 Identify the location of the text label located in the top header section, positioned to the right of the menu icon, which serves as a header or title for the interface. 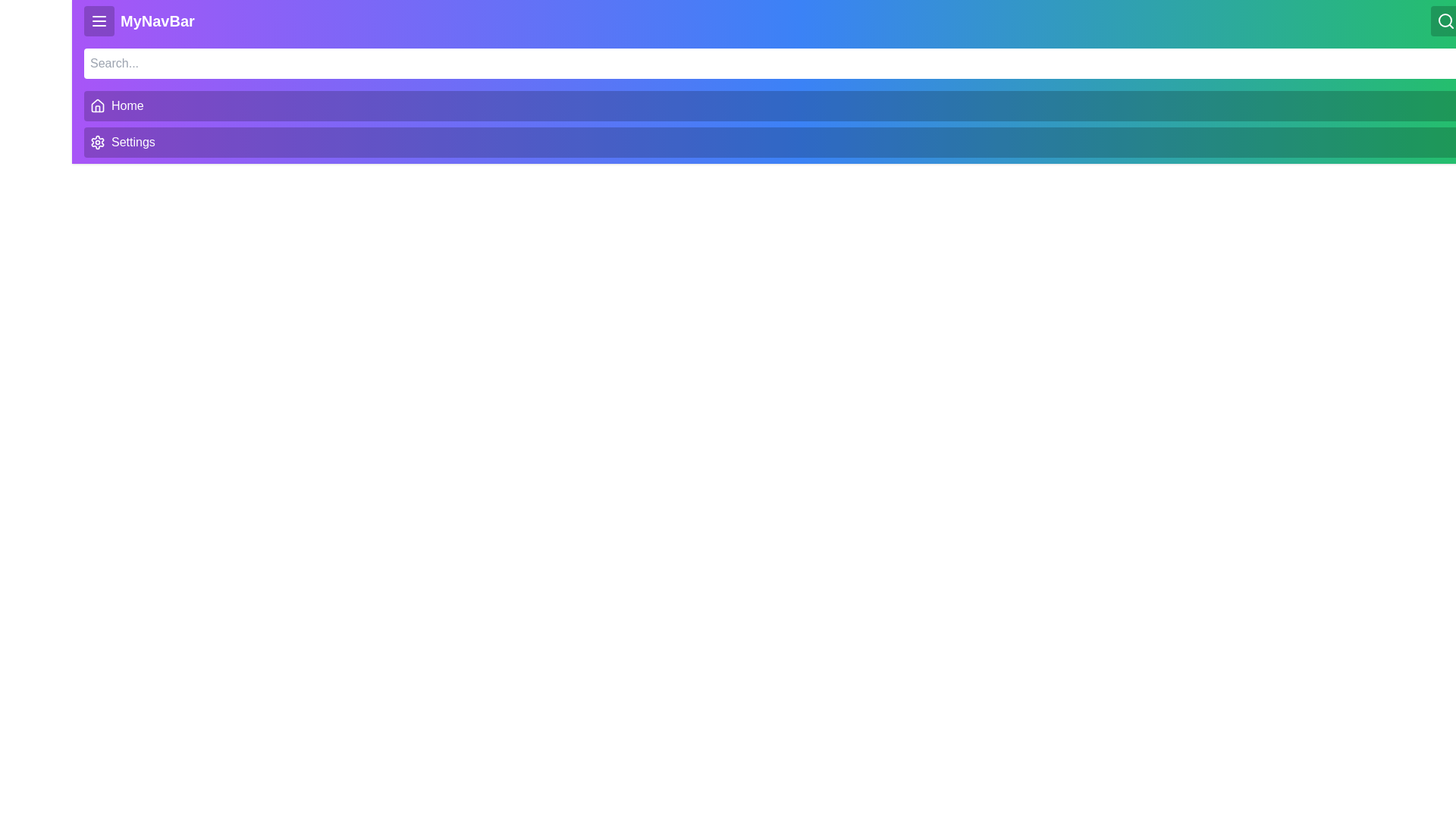
(157, 20).